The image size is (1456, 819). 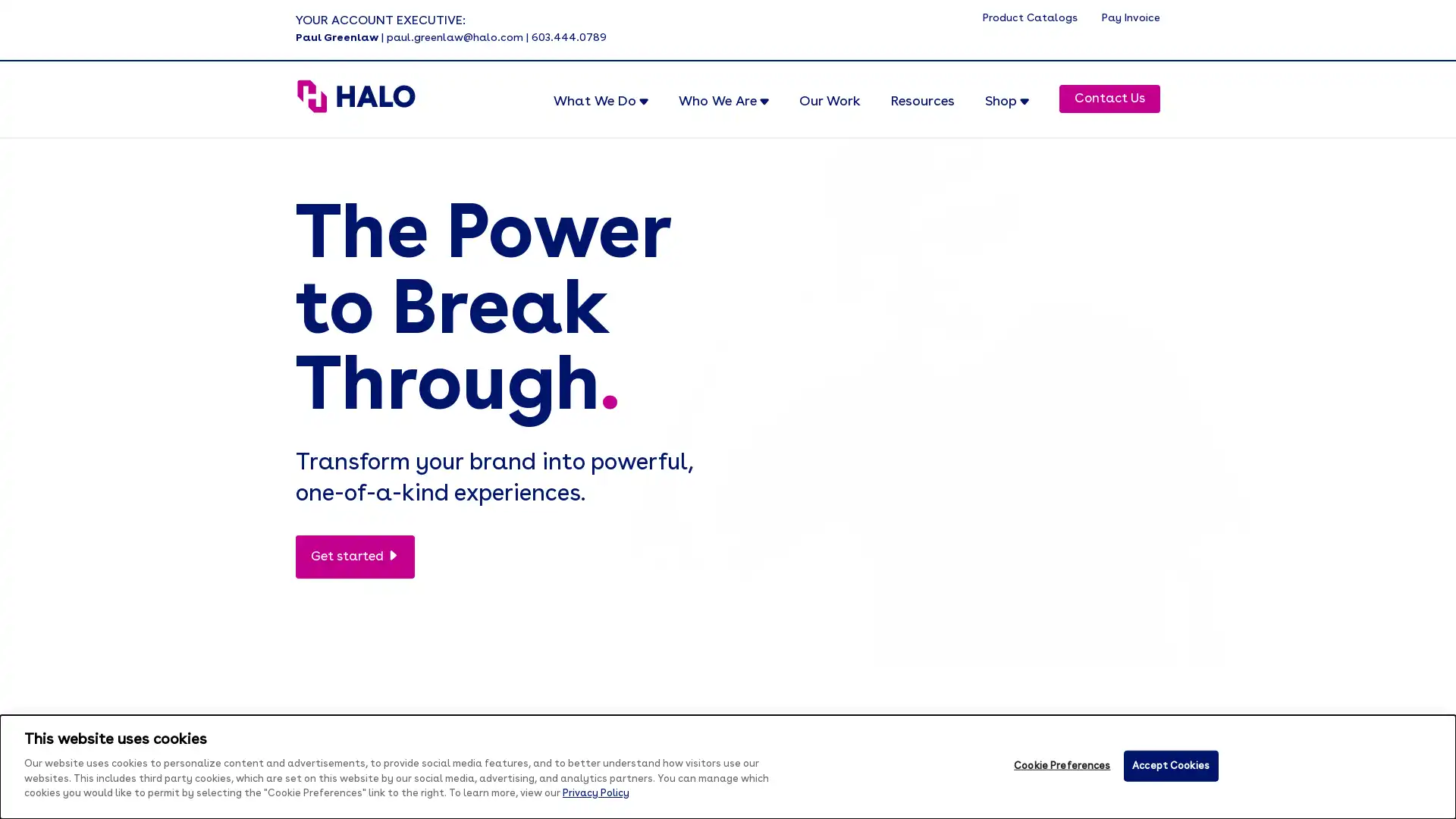 What do you see at coordinates (1061, 766) in the screenshot?
I see `Cookie Preferences` at bounding box center [1061, 766].